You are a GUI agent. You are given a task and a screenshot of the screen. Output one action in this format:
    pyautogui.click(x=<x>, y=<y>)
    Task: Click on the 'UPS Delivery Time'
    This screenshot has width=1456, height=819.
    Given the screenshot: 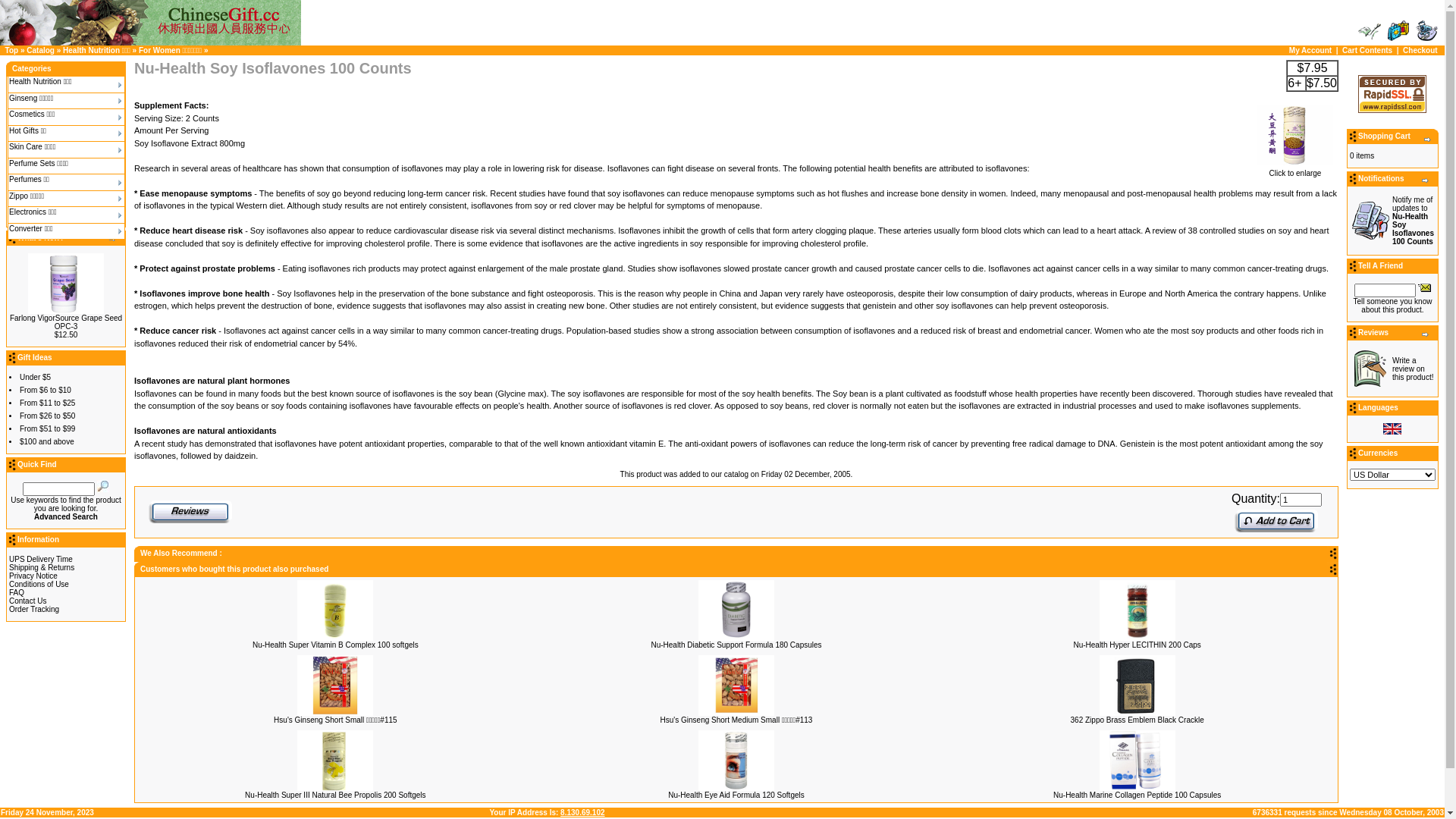 What is the action you would take?
    pyautogui.click(x=40, y=559)
    